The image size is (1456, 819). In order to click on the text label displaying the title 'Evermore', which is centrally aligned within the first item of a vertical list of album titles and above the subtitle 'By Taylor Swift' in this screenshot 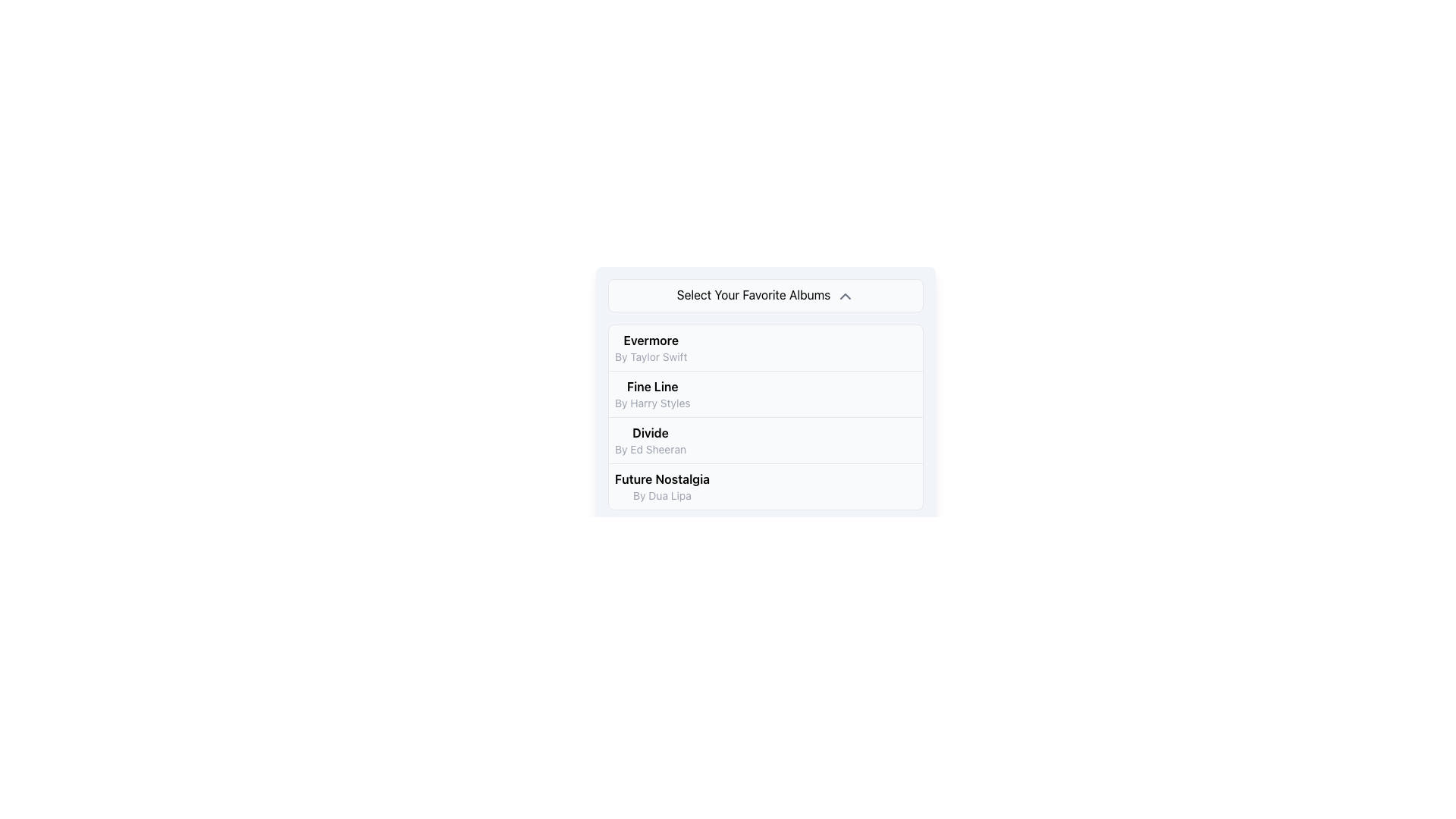, I will do `click(651, 339)`.